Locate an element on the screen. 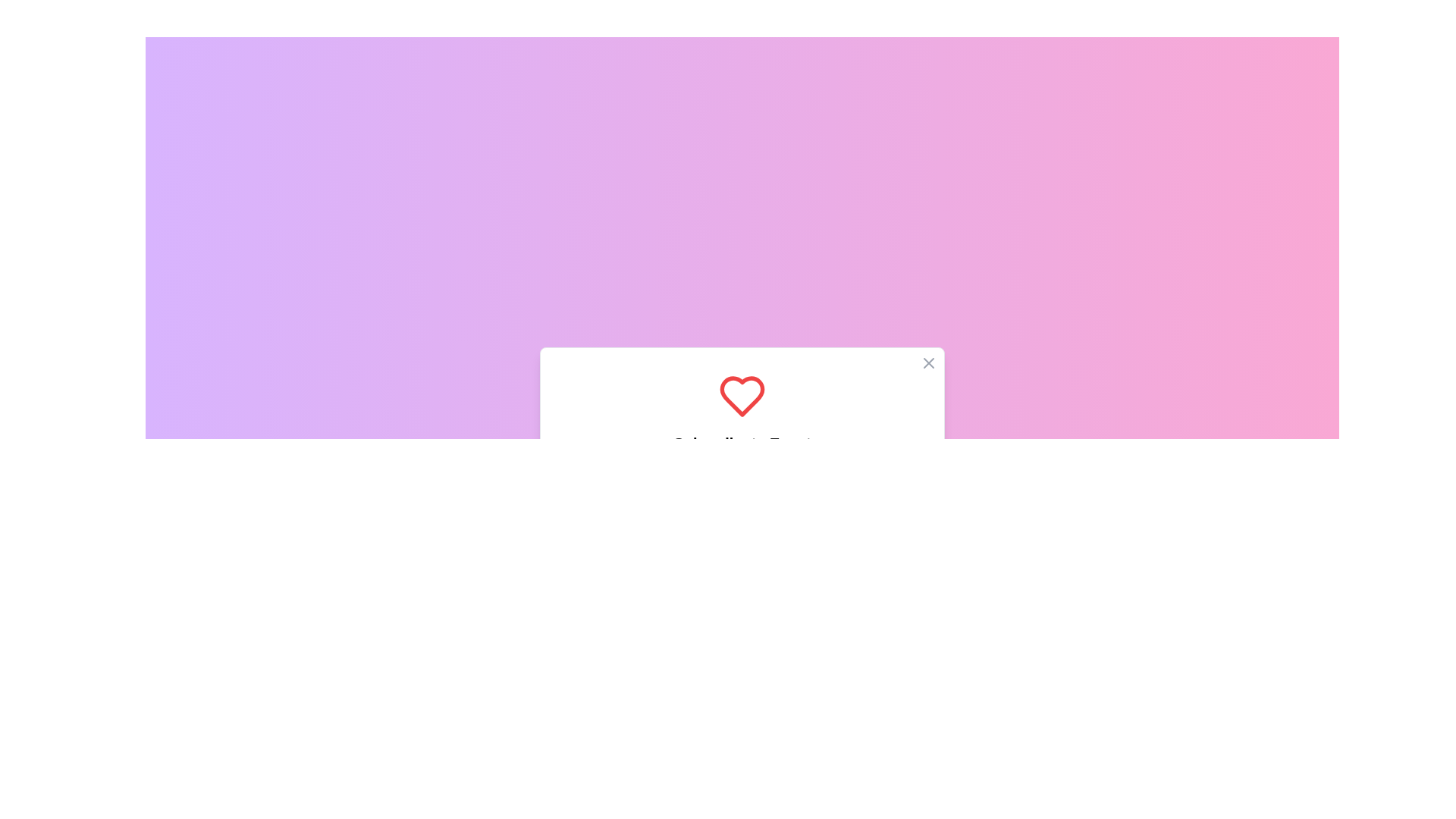 The width and height of the screenshot is (1456, 819). the close button located in the top-right corner of the modal dialog to change its color is located at coordinates (928, 362).